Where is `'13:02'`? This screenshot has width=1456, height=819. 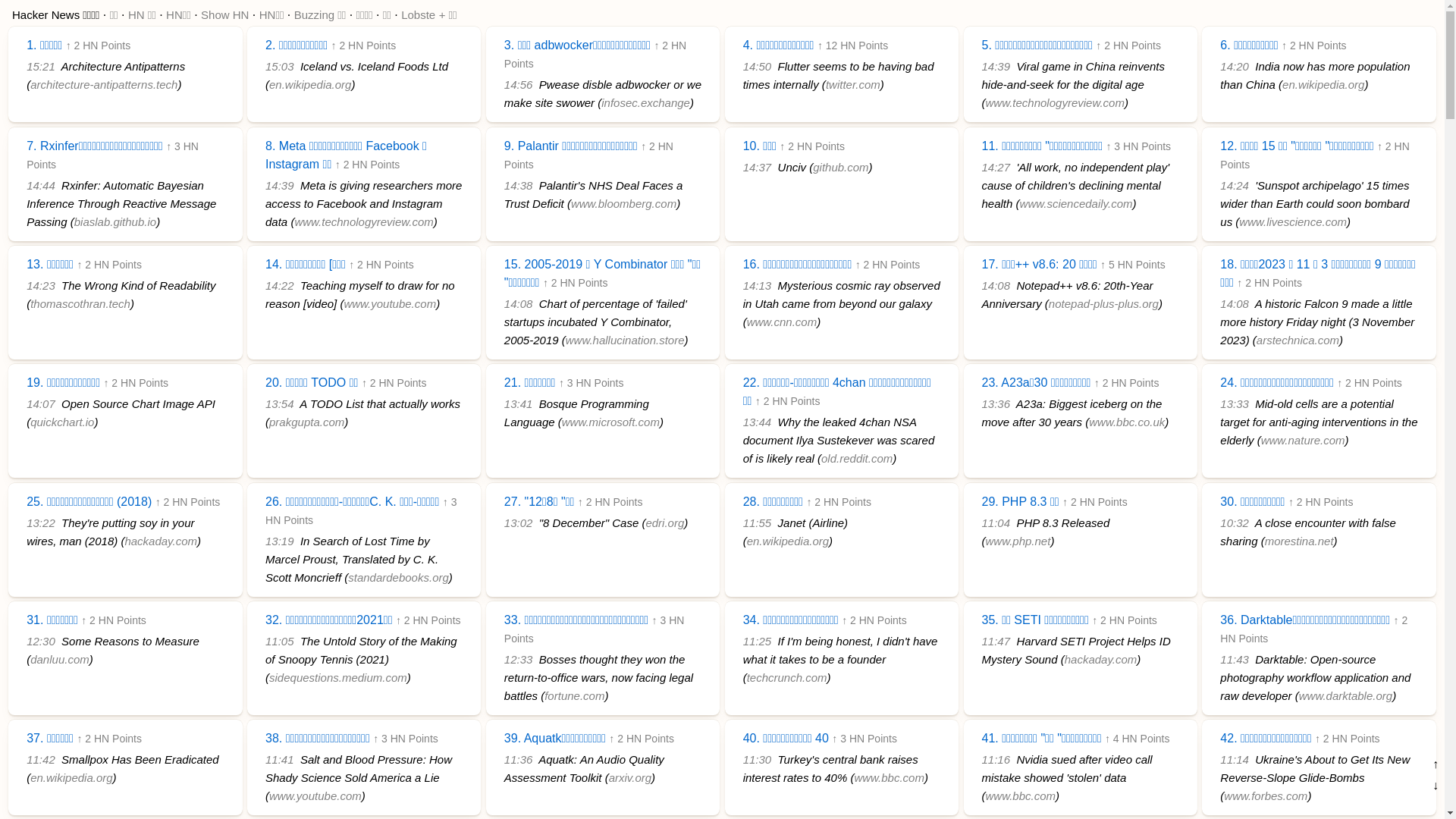 '13:02' is located at coordinates (519, 522).